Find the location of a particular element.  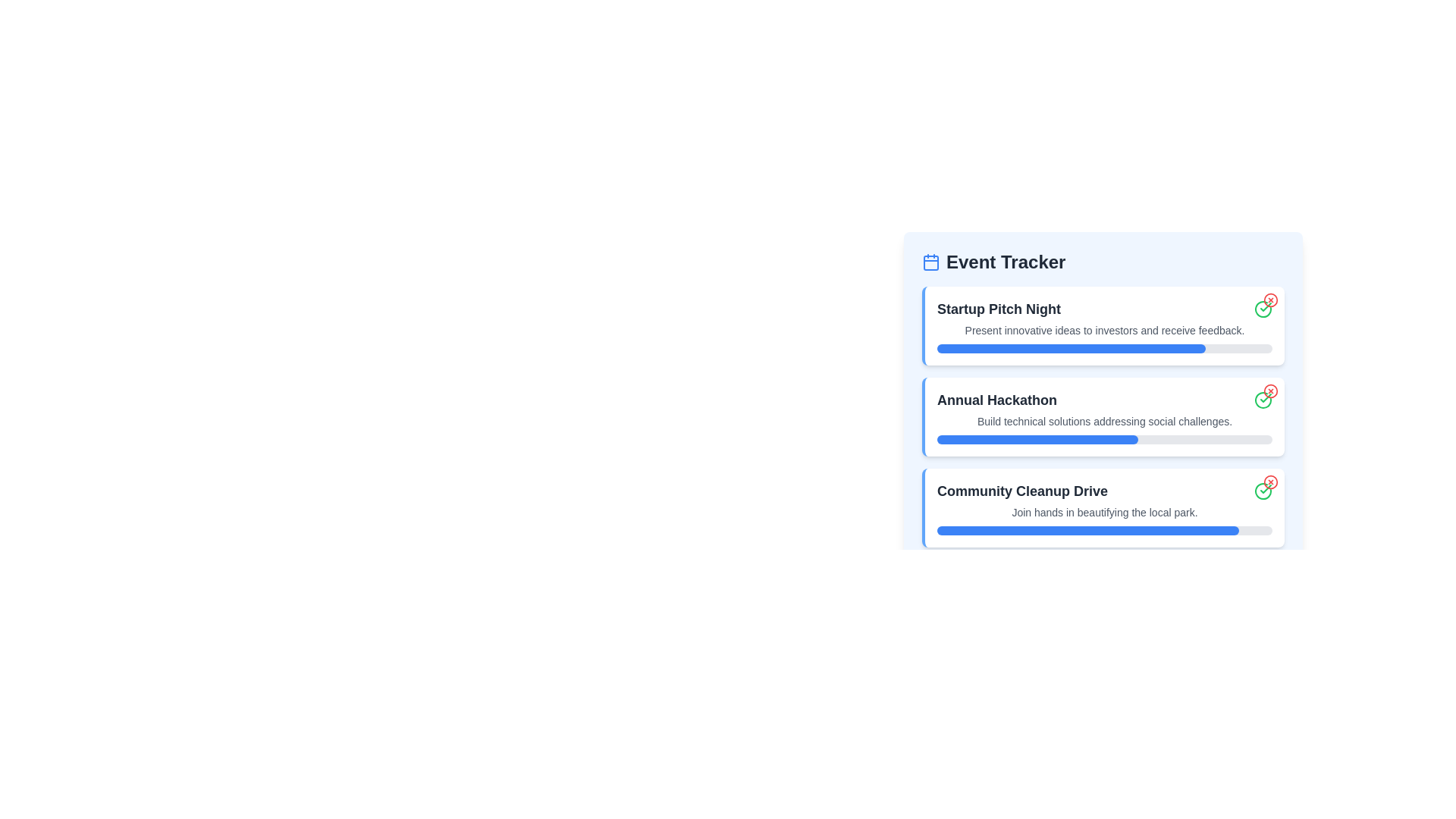

the dismiss button located in the top-right corner of the 'Community Cleanup Drive' card is located at coordinates (1270, 482).